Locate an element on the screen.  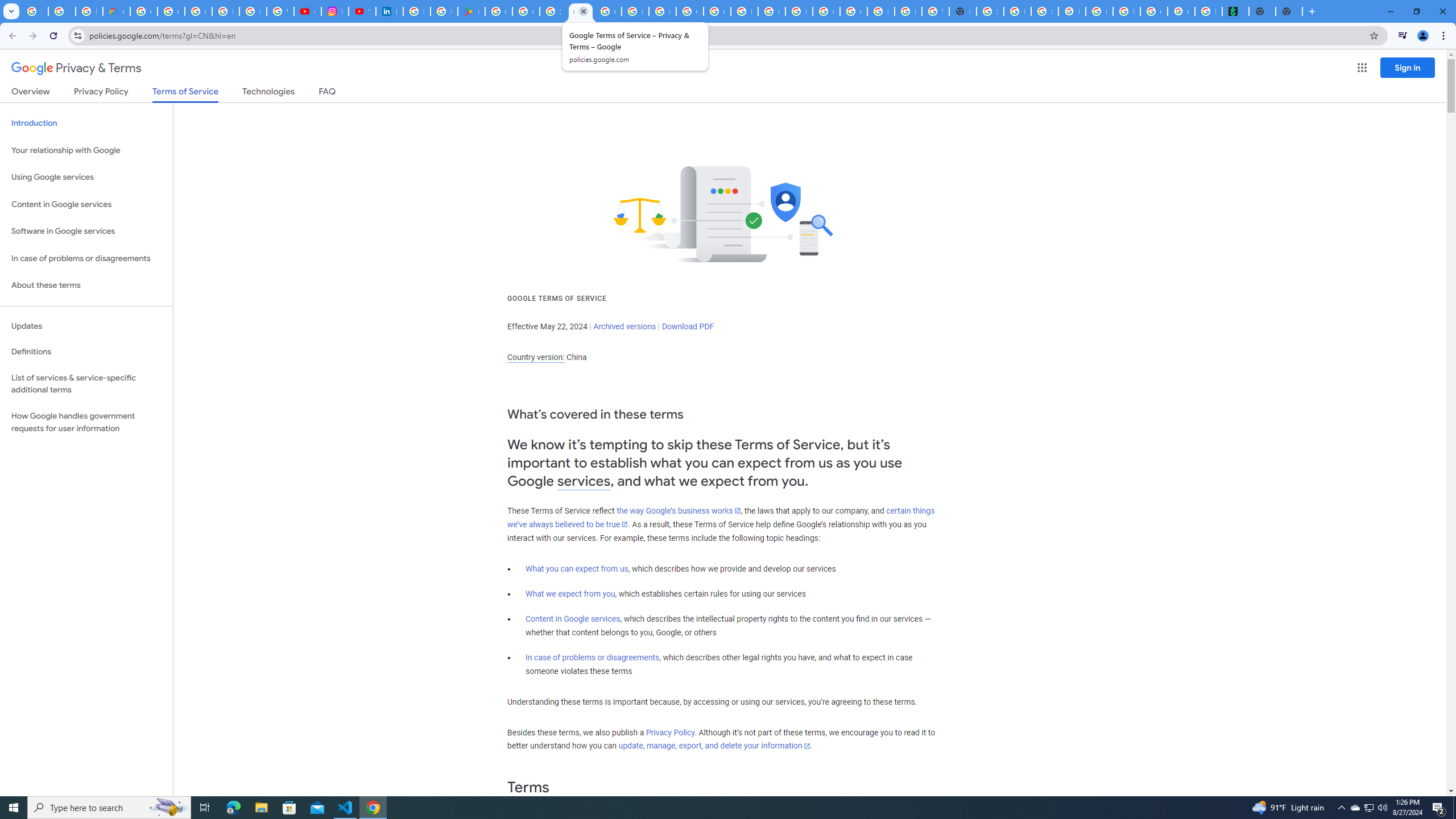
'Content in Google services' is located at coordinates (572, 618).